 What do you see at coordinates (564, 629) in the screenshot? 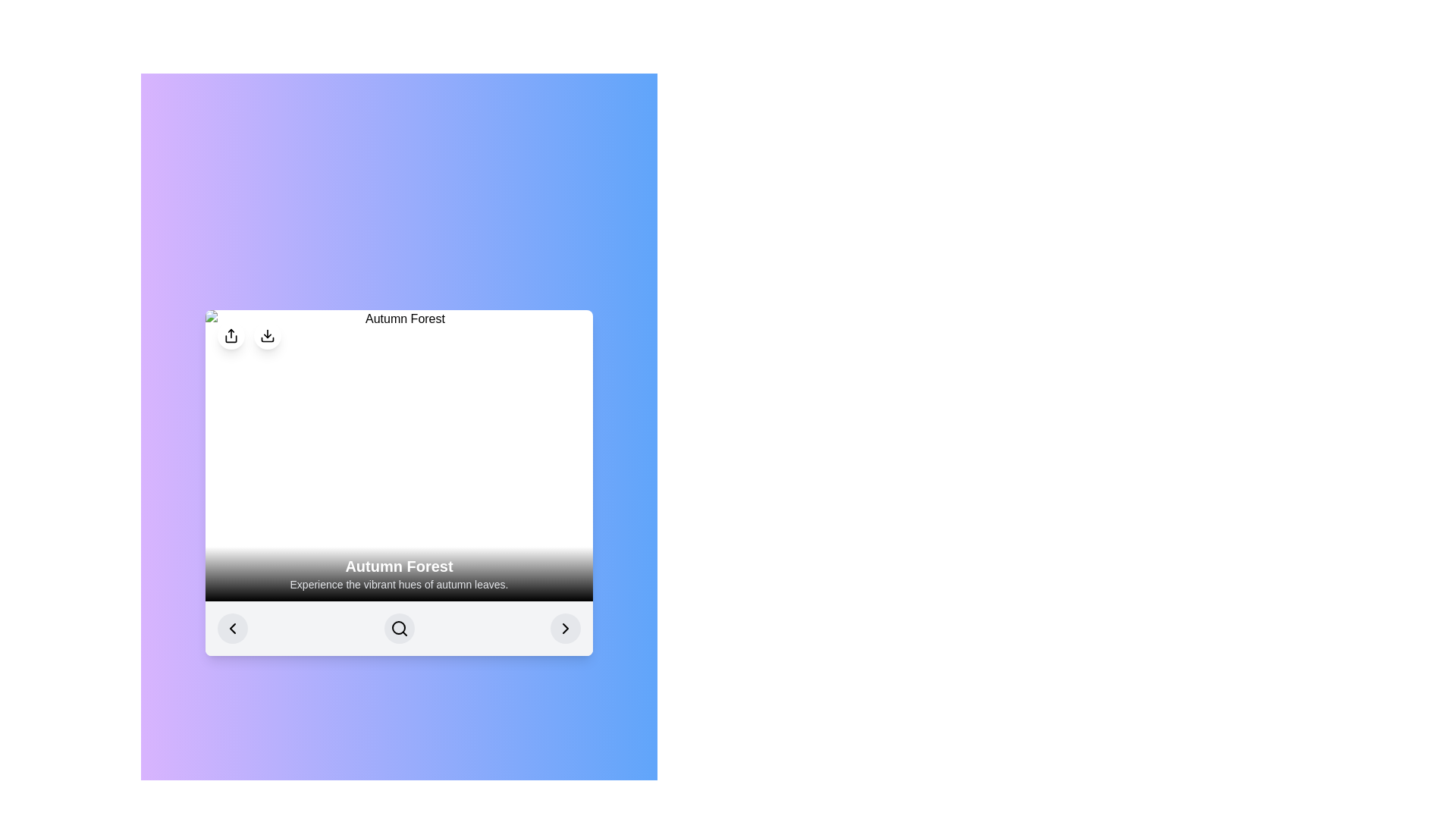
I see `the forward navigation button located at the rightmost side of the toolbar` at bounding box center [564, 629].